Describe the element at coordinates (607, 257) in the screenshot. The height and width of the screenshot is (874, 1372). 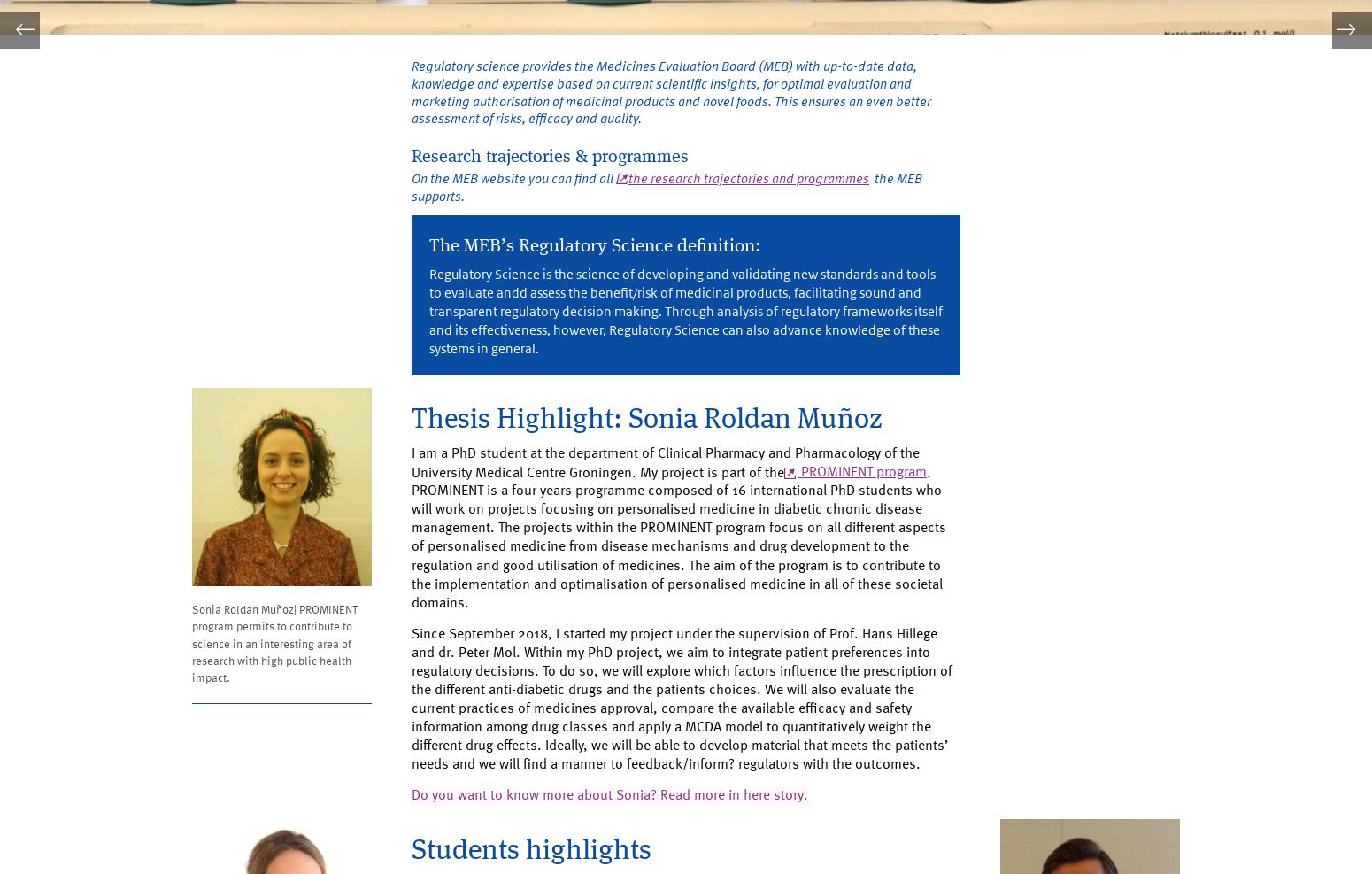
I see `'The MEB’s Regulatory Science definition:'` at that location.